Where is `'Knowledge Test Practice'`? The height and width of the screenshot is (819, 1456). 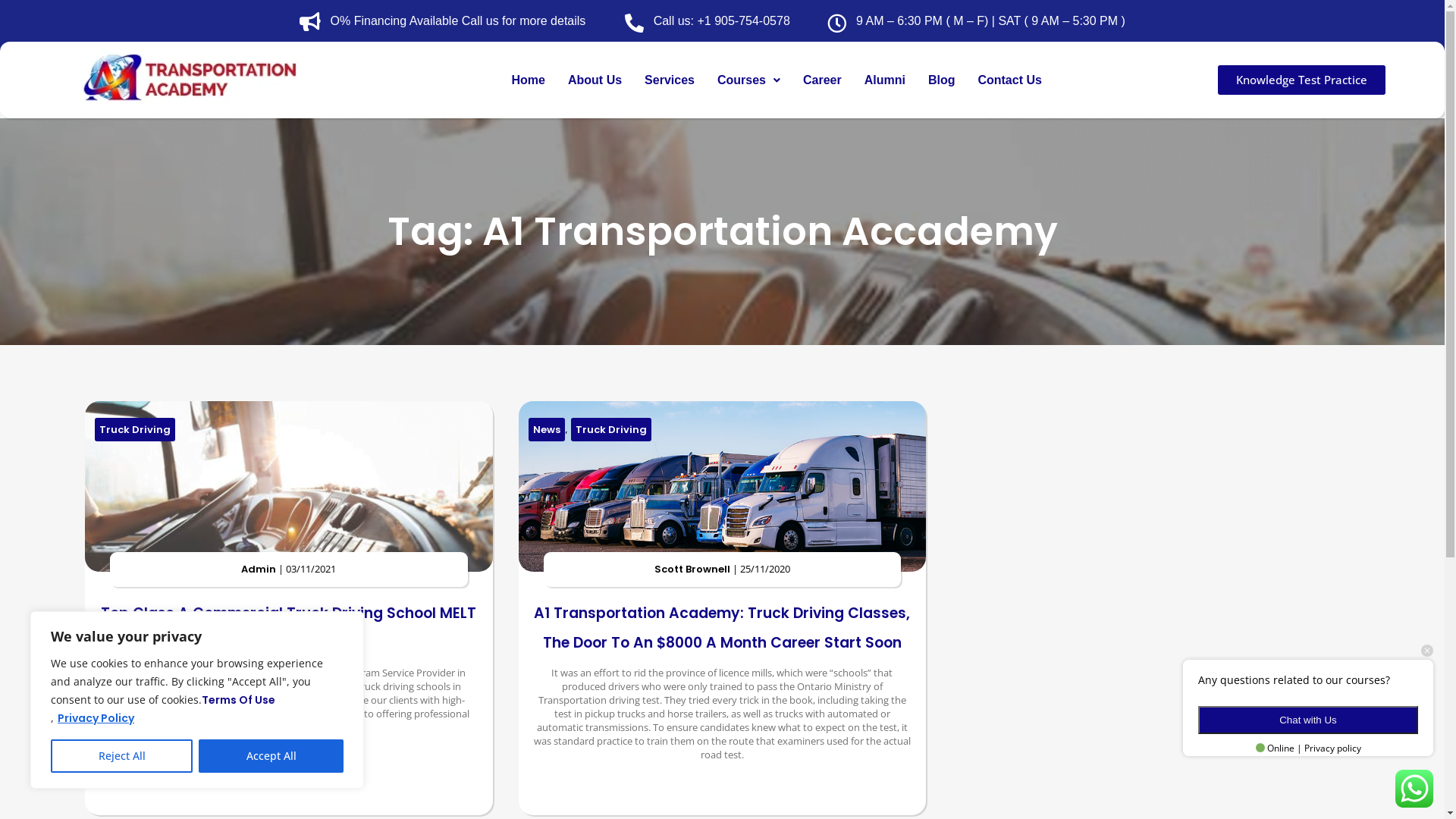 'Knowledge Test Practice' is located at coordinates (1301, 80).